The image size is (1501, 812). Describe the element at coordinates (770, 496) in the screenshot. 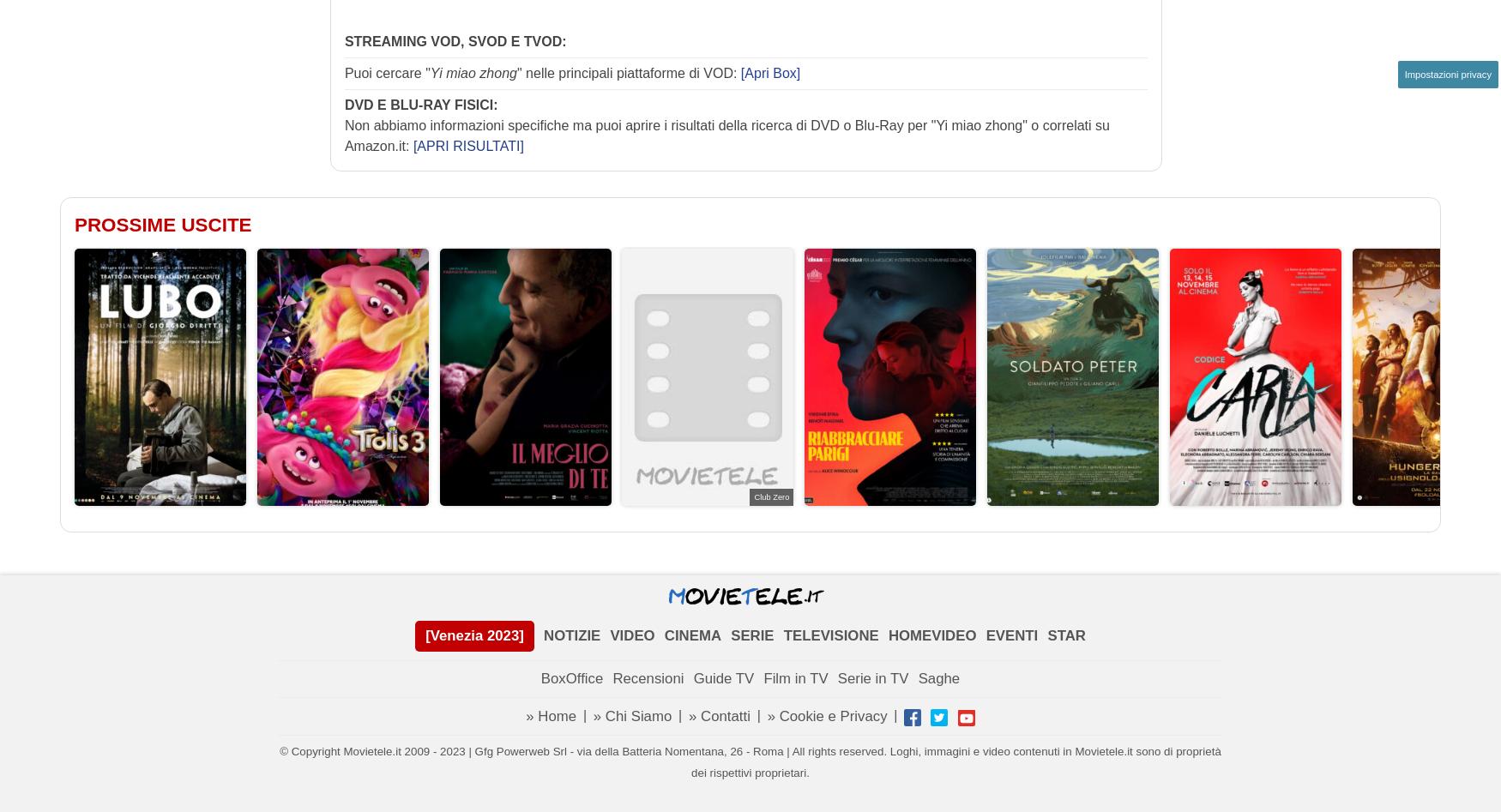

I see `'Club Zero'` at that location.